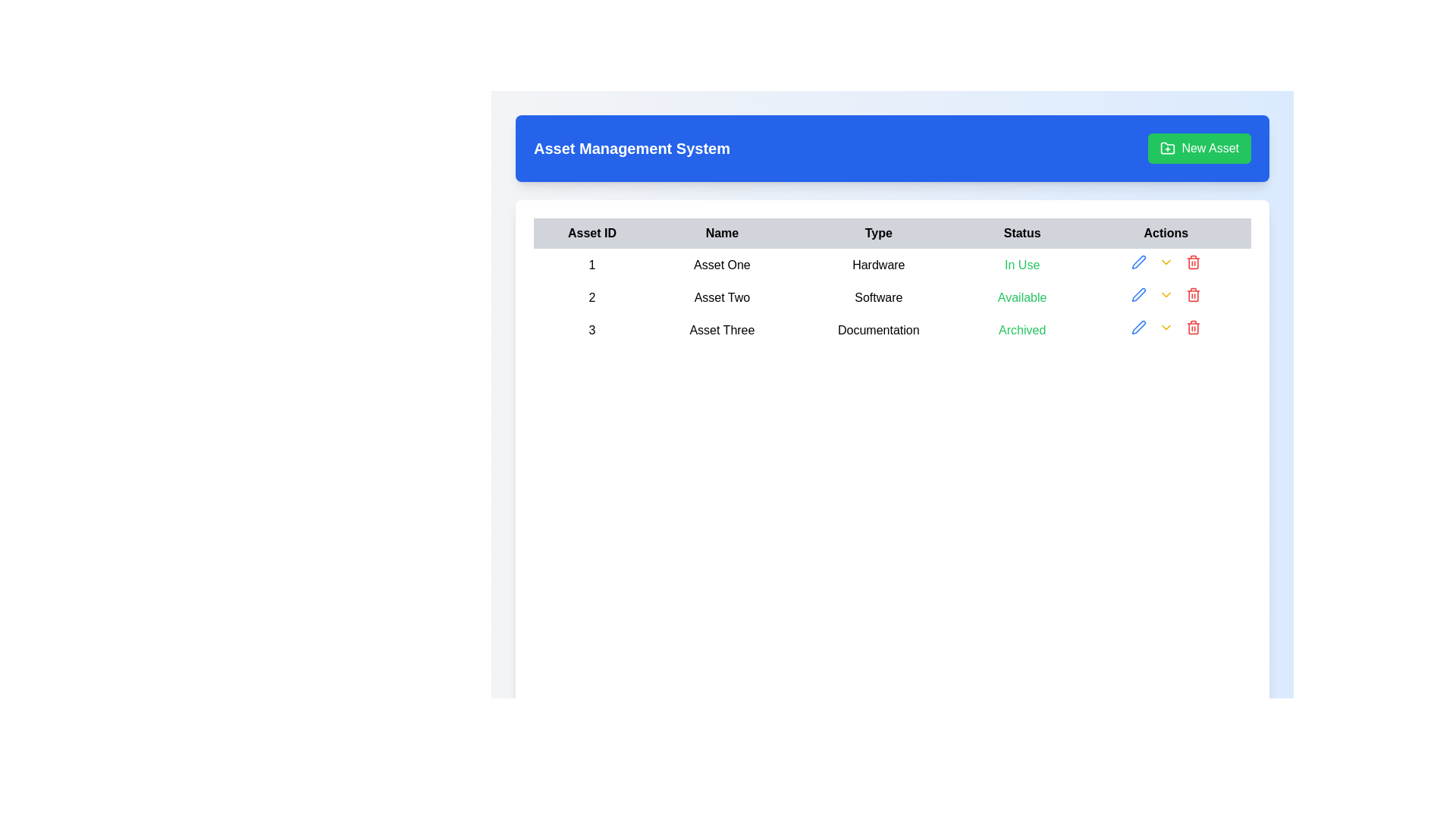 The image size is (1456, 819). Describe the element at coordinates (721, 297) in the screenshot. I see `the Text element representing the asset name in the second row of the table under the 'Name' column` at that location.